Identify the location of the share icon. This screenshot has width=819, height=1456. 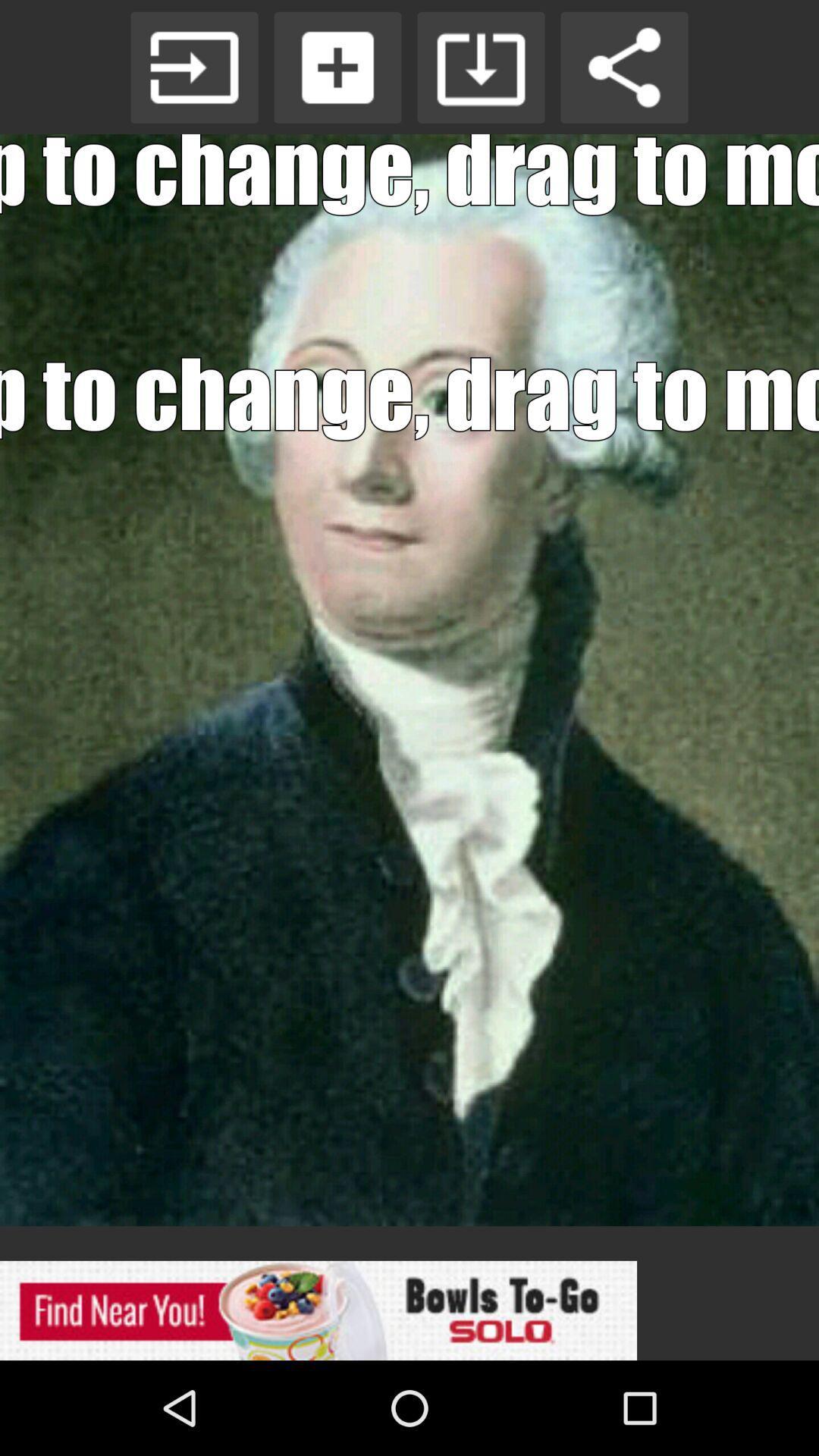
(624, 67).